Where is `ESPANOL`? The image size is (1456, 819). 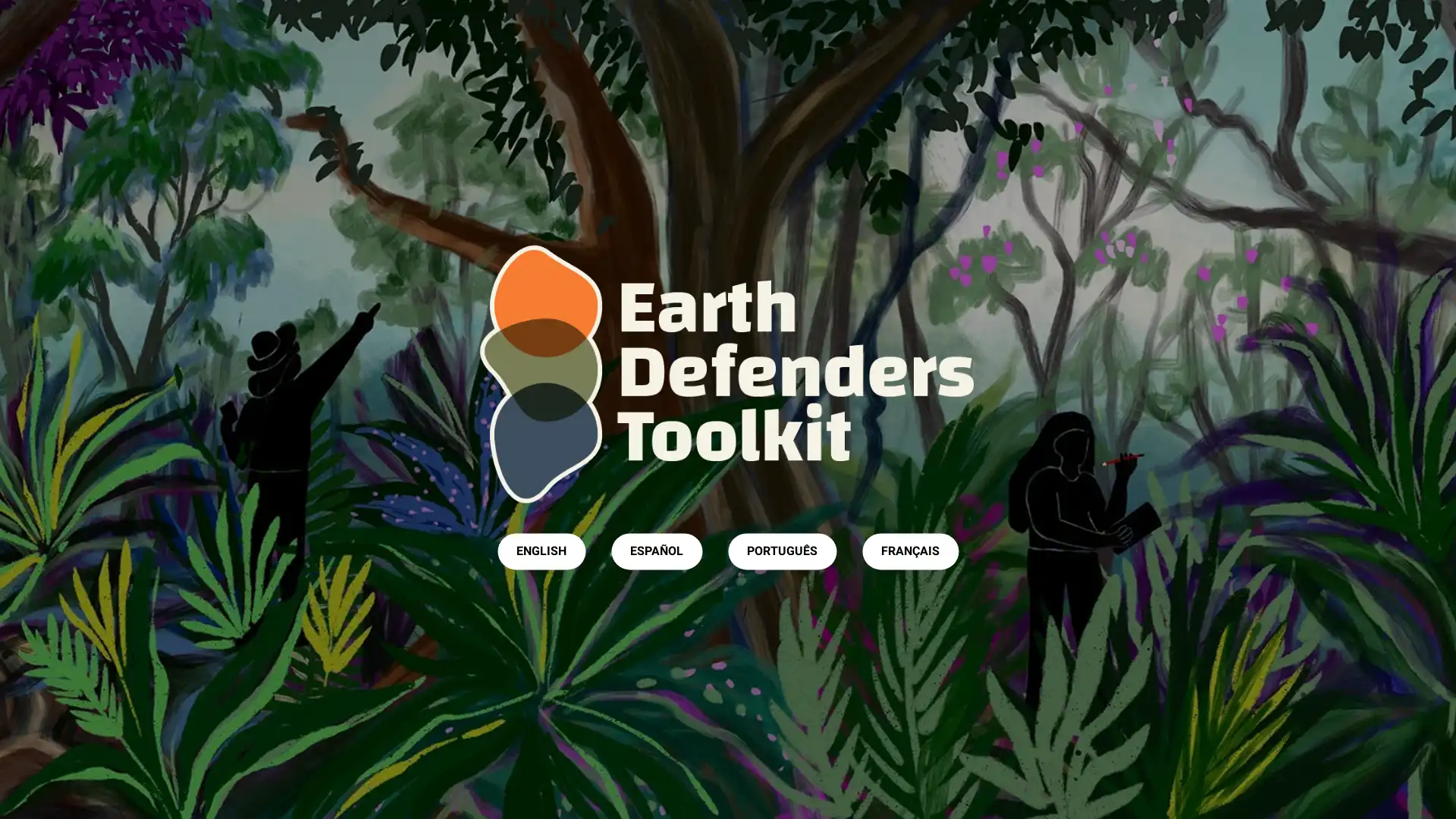 ESPANOL is located at coordinates (656, 551).